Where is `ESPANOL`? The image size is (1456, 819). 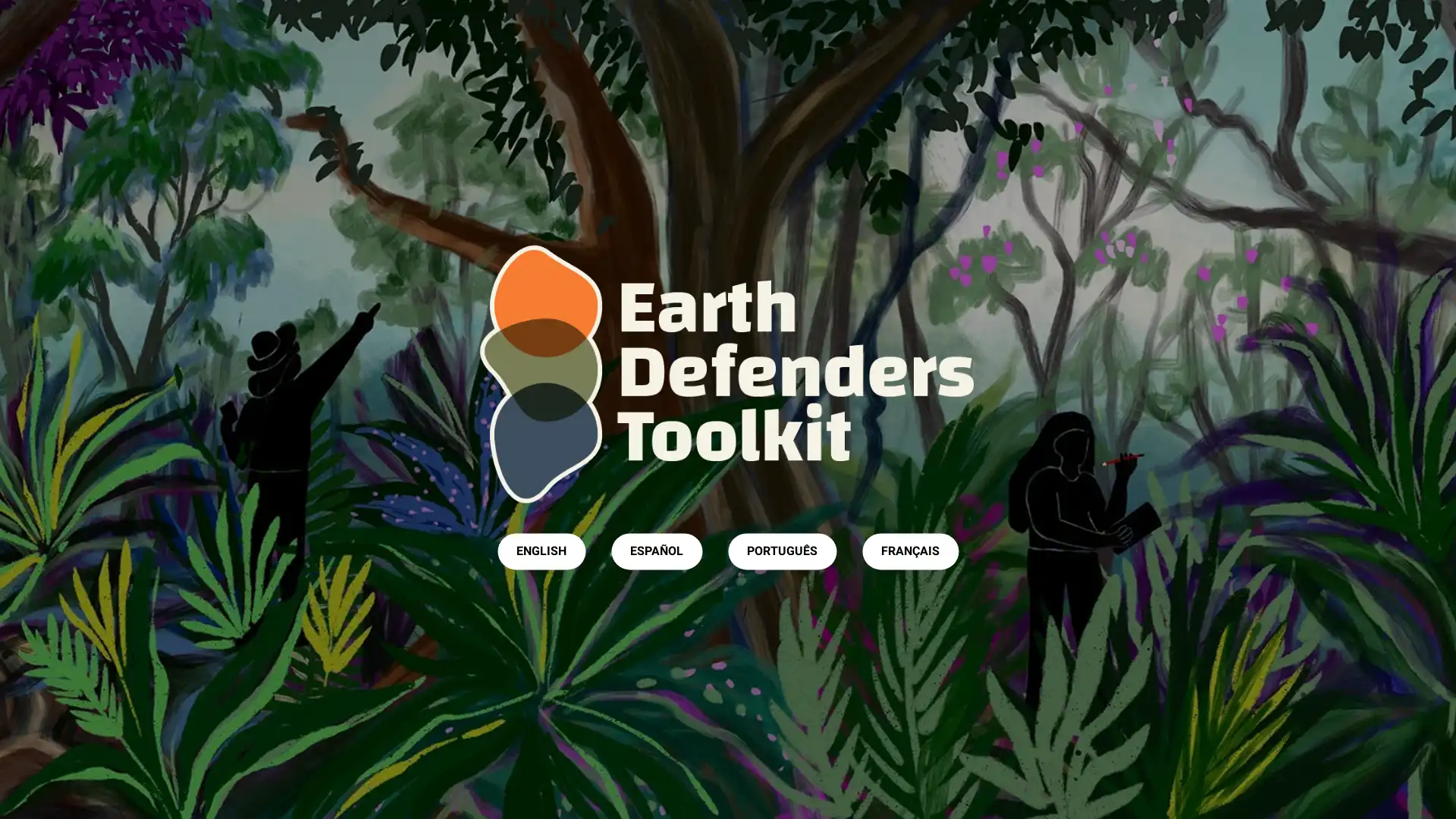 ESPANOL is located at coordinates (656, 551).